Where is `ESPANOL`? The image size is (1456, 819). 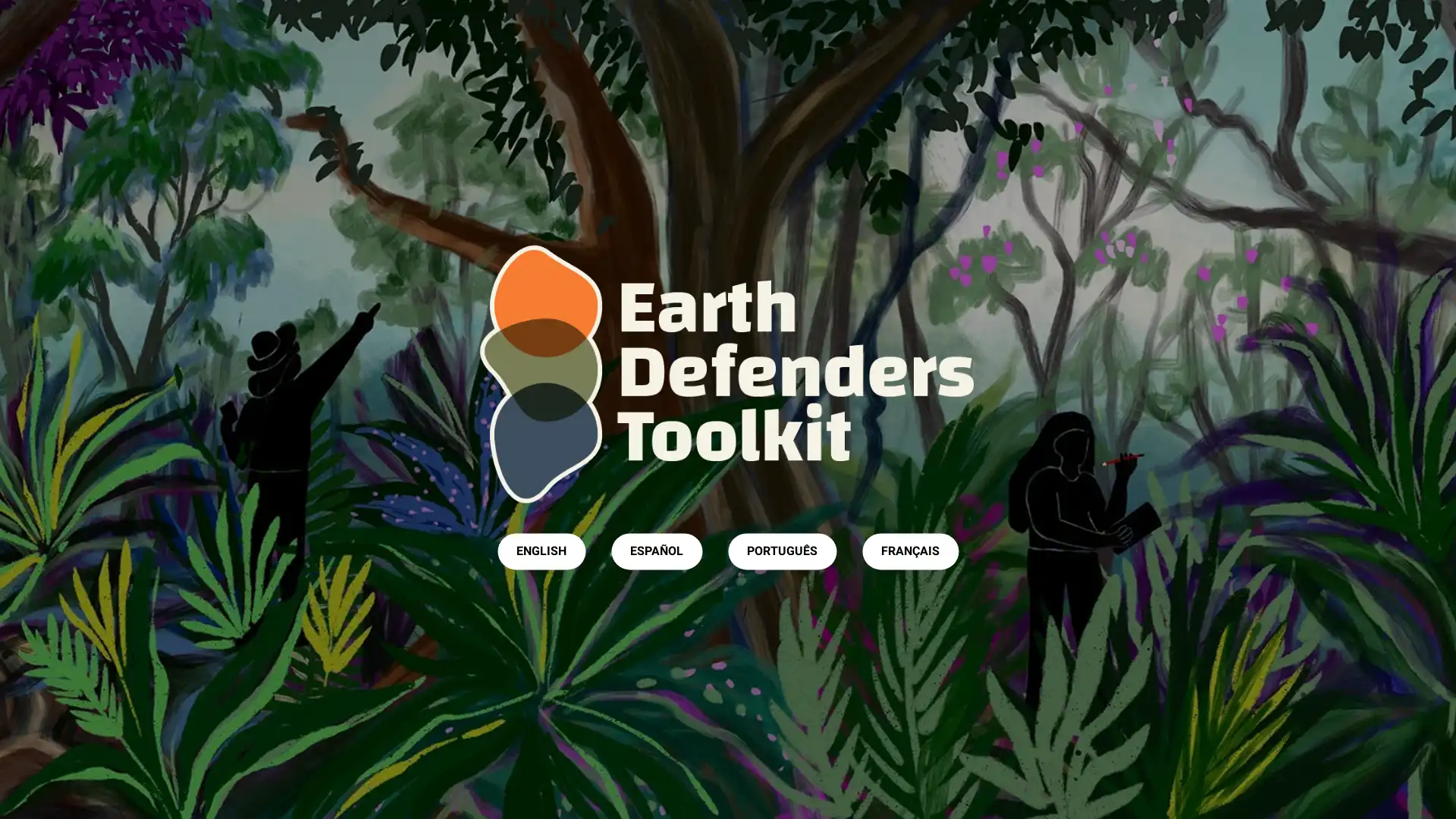 ESPANOL is located at coordinates (656, 551).